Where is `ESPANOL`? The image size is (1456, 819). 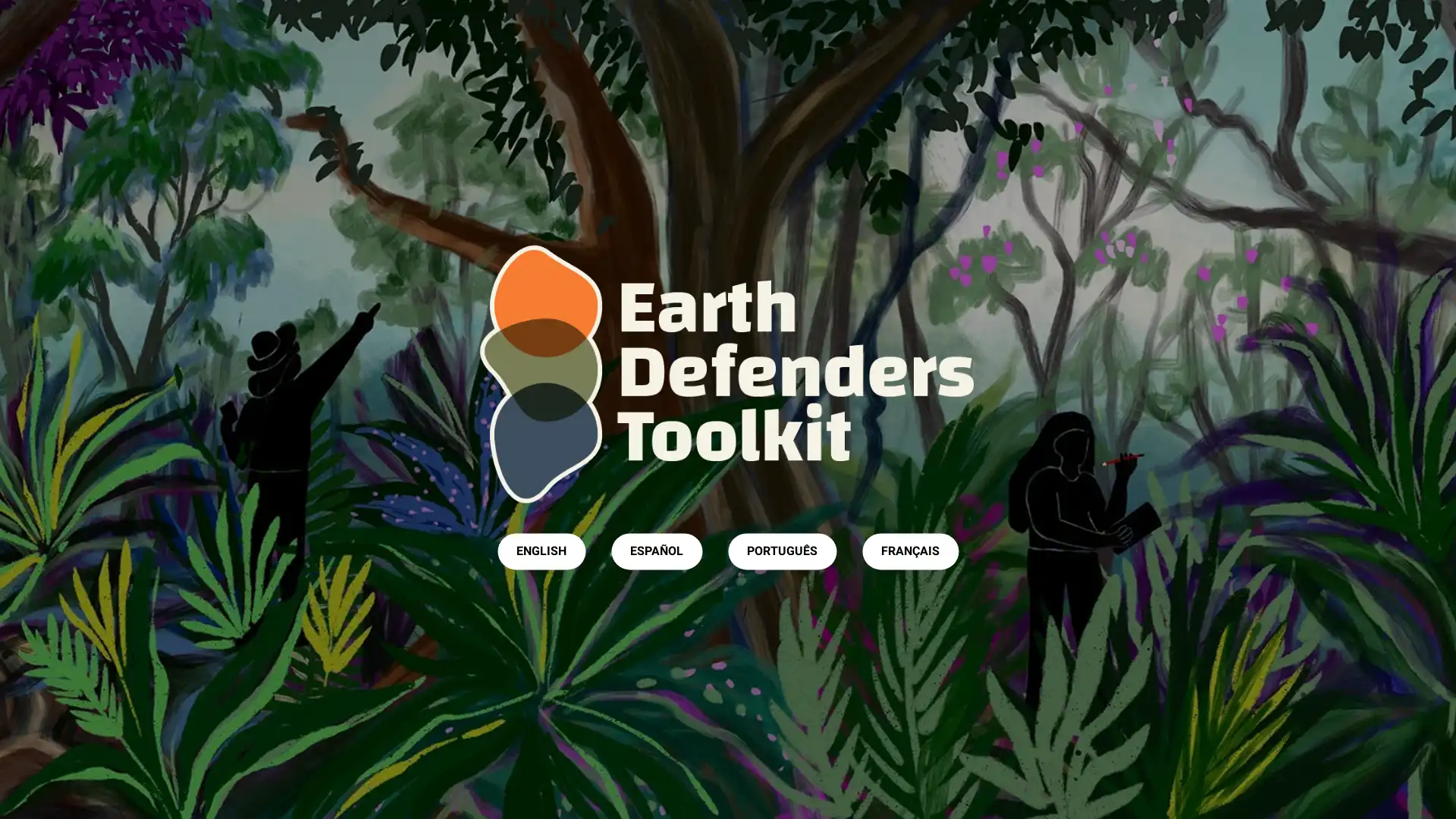 ESPANOL is located at coordinates (656, 551).